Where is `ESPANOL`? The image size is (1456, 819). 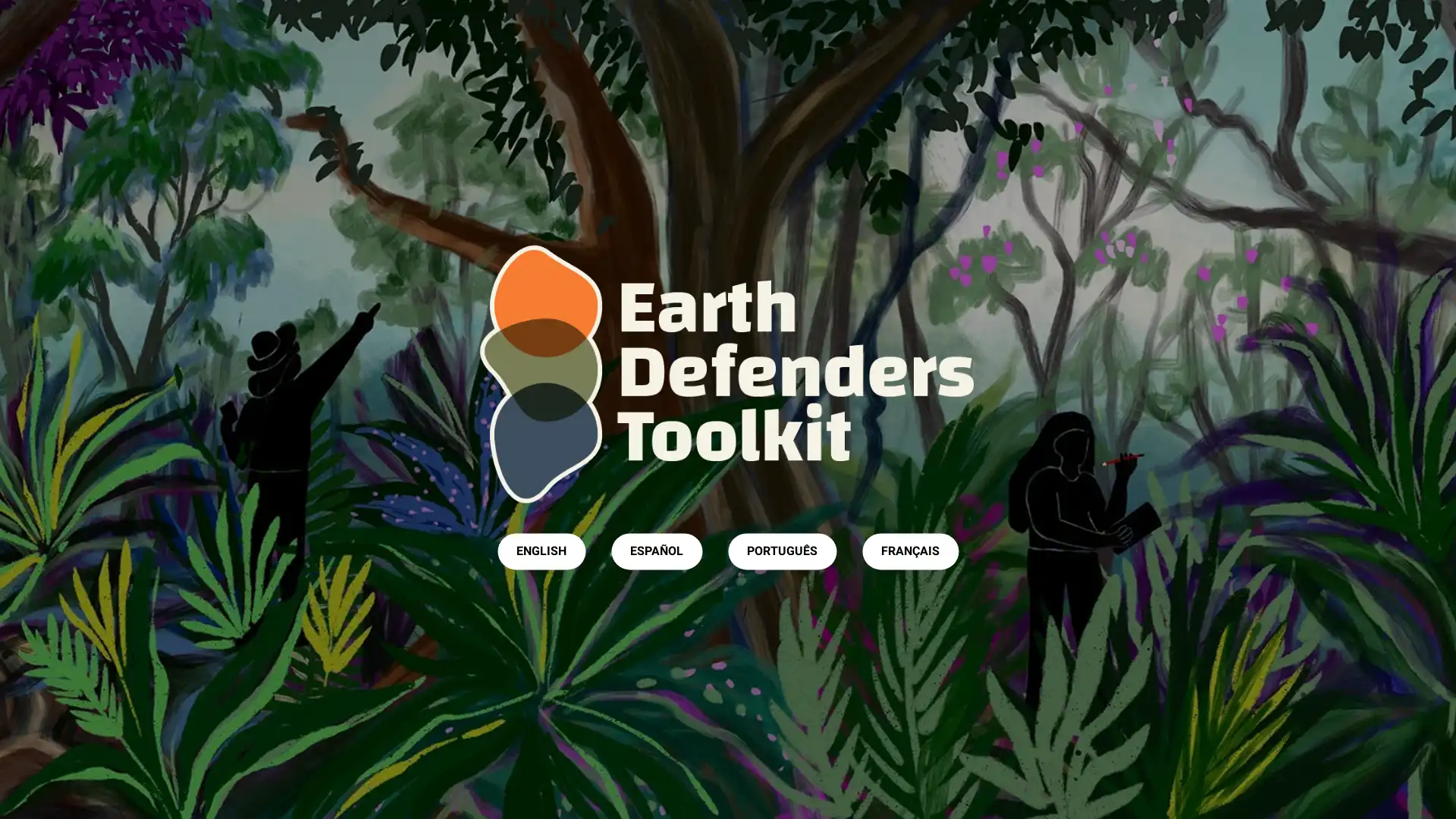 ESPANOL is located at coordinates (656, 551).